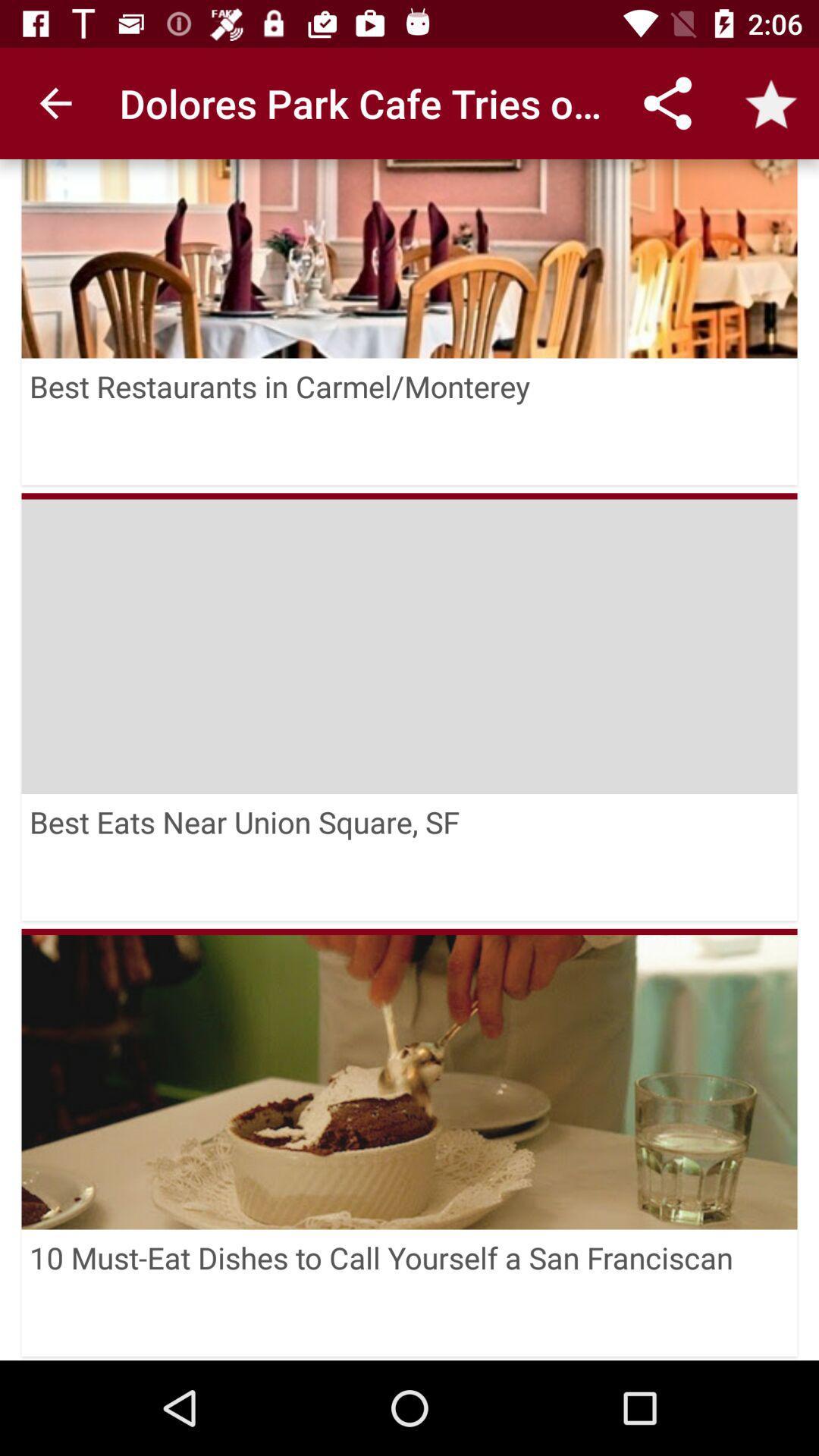 This screenshot has width=819, height=1456. Describe the element at coordinates (55, 102) in the screenshot. I see `app to the left of dolores park cafe app` at that location.